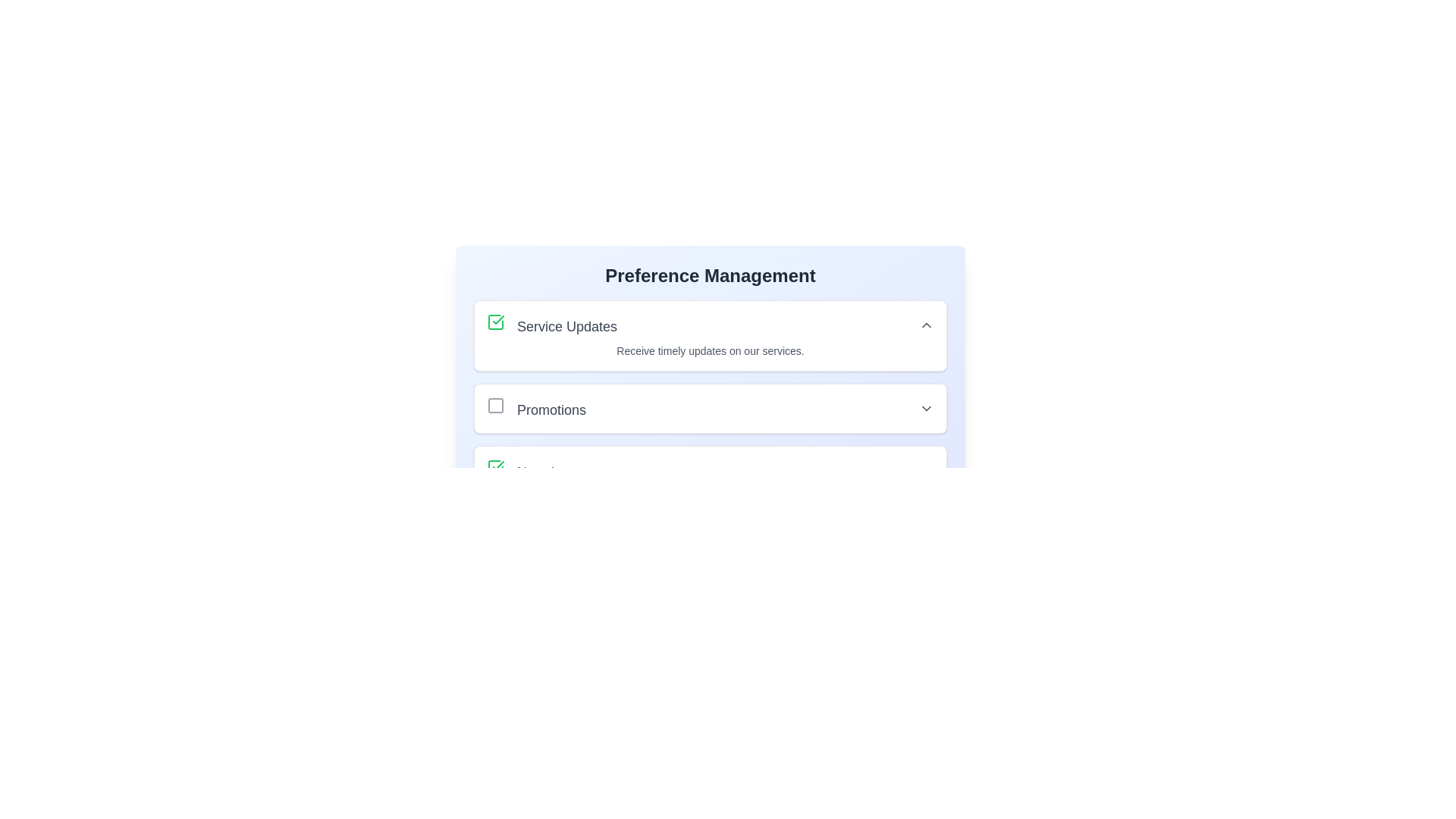 Image resolution: width=1456 pixels, height=819 pixels. What do you see at coordinates (551, 324) in the screenshot?
I see `label 'Service Updates' which is a text element styled with a medium font size and gray color, located in the first option section of the 'Preference Management' layout, adjacent to a checkbox` at bounding box center [551, 324].